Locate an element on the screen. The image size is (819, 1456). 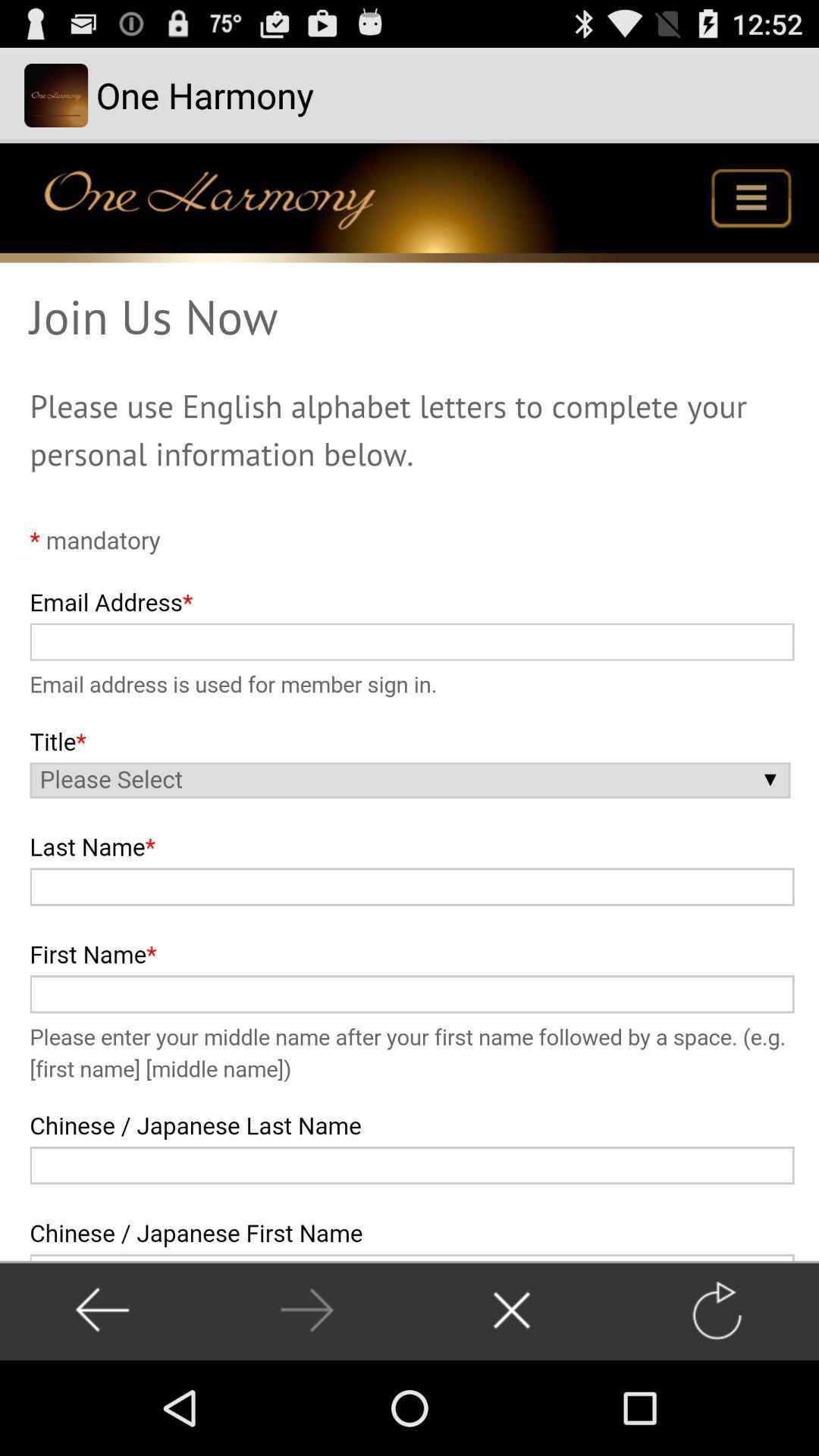
fill out profile is located at coordinates (409, 701).